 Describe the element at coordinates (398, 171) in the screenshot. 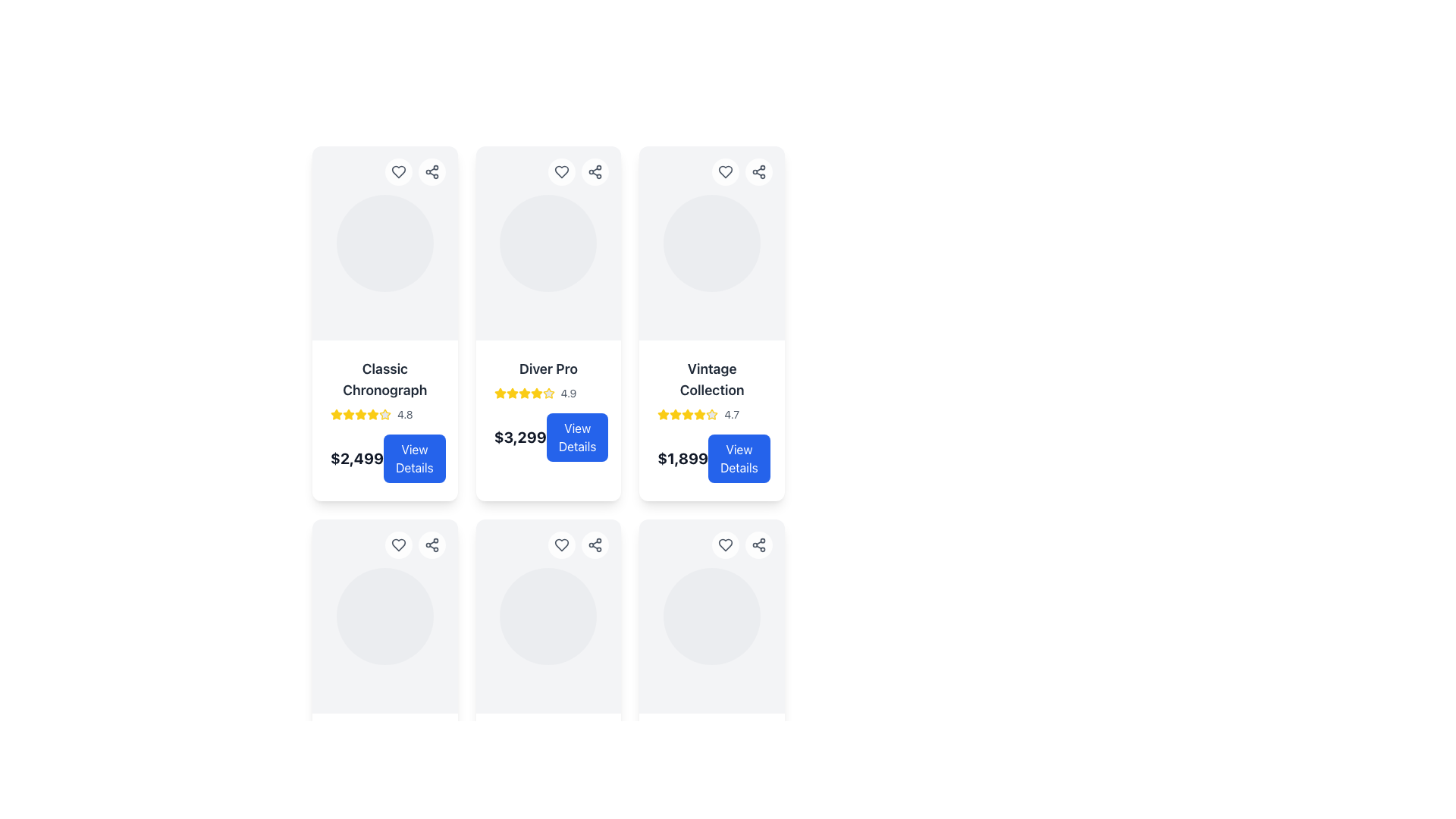

I see `the rounded button with a heart-shaped icon in the top-right corner of the 'Classic Chronograph' product card to change the icon color to red` at that location.